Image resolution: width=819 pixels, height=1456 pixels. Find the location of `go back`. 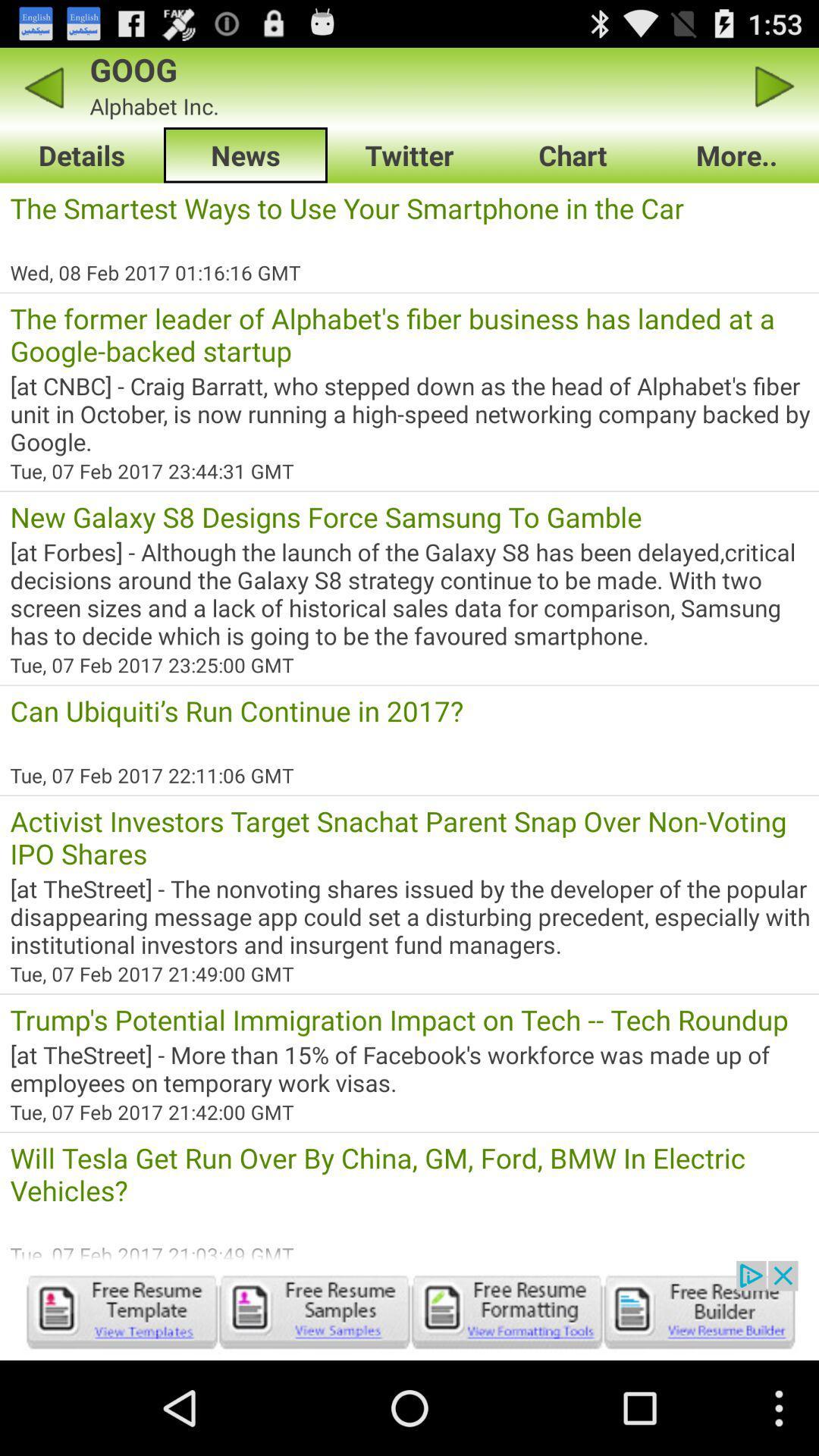

go back is located at coordinates (42, 86).